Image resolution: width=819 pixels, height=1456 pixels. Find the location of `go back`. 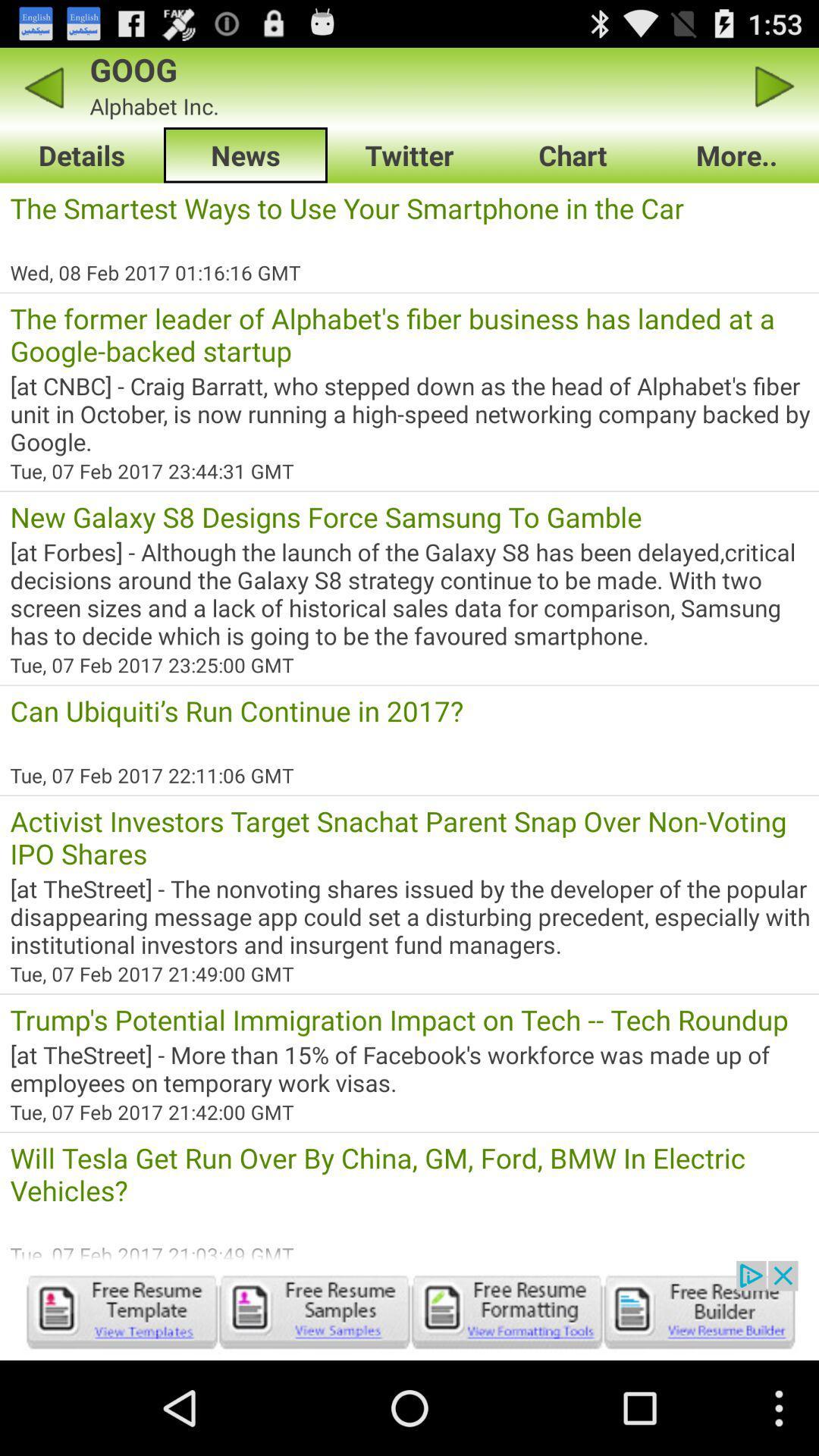

go back is located at coordinates (42, 86).